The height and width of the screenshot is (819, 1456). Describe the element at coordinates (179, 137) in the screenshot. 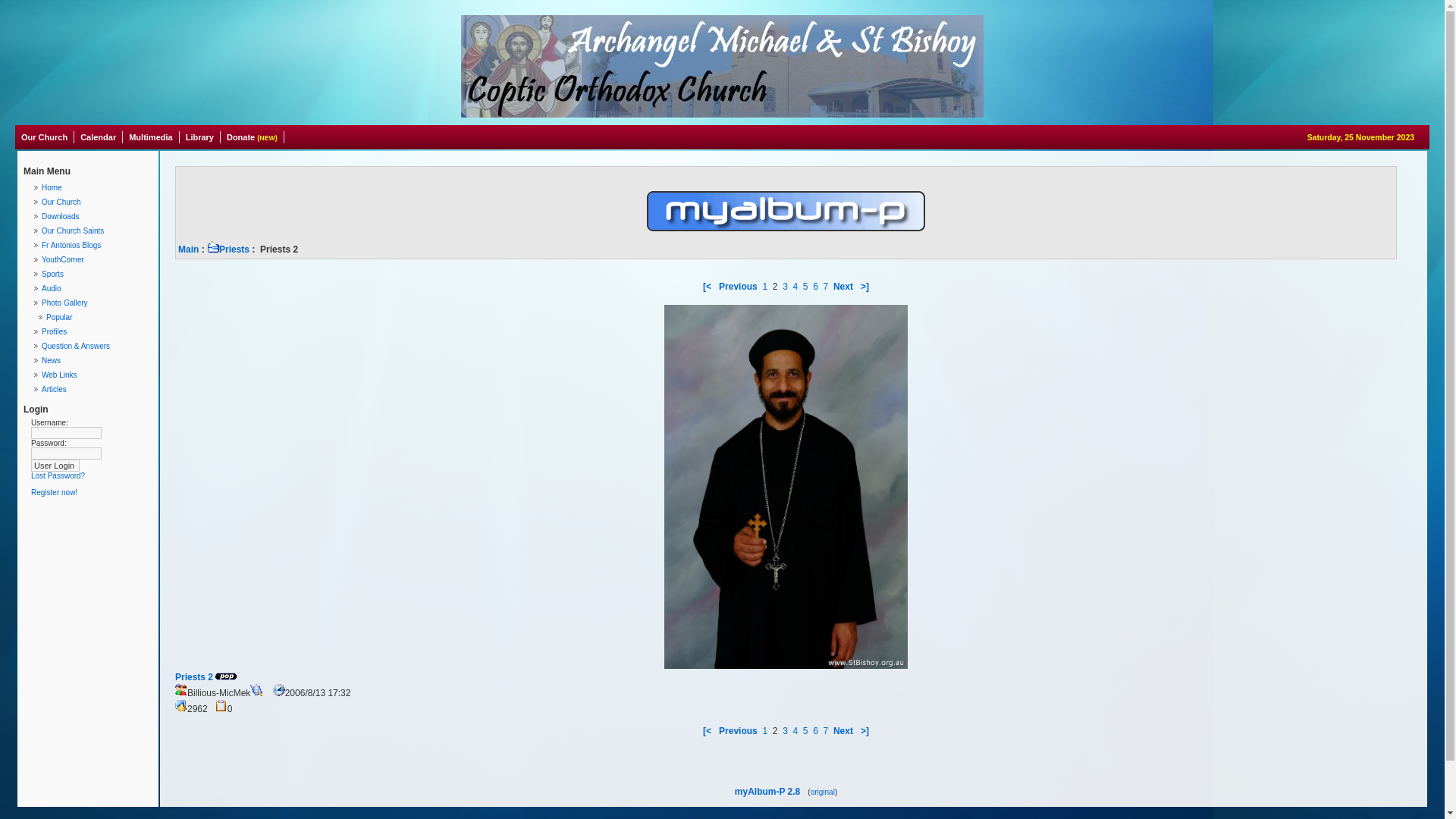

I see `'Library'` at that location.